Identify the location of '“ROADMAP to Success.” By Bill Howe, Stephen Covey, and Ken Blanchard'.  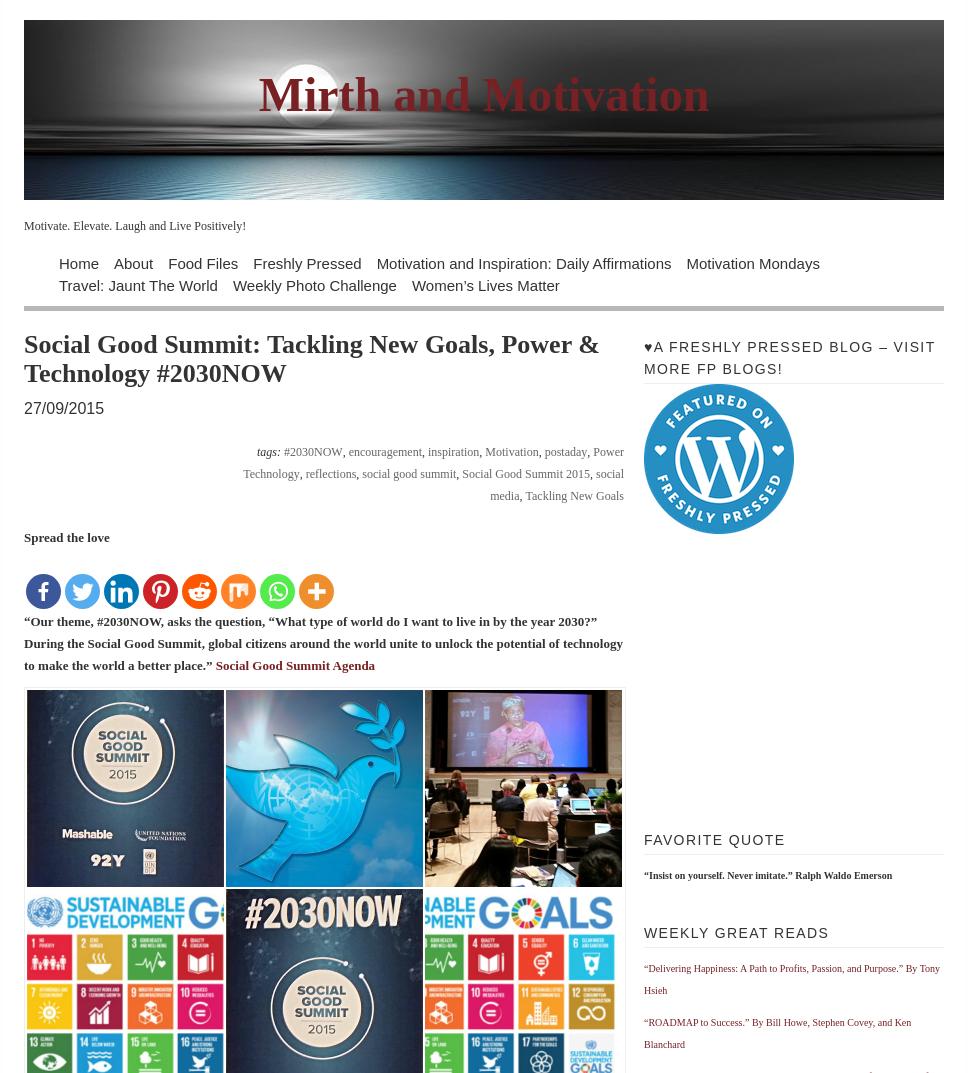
(776, 1033).